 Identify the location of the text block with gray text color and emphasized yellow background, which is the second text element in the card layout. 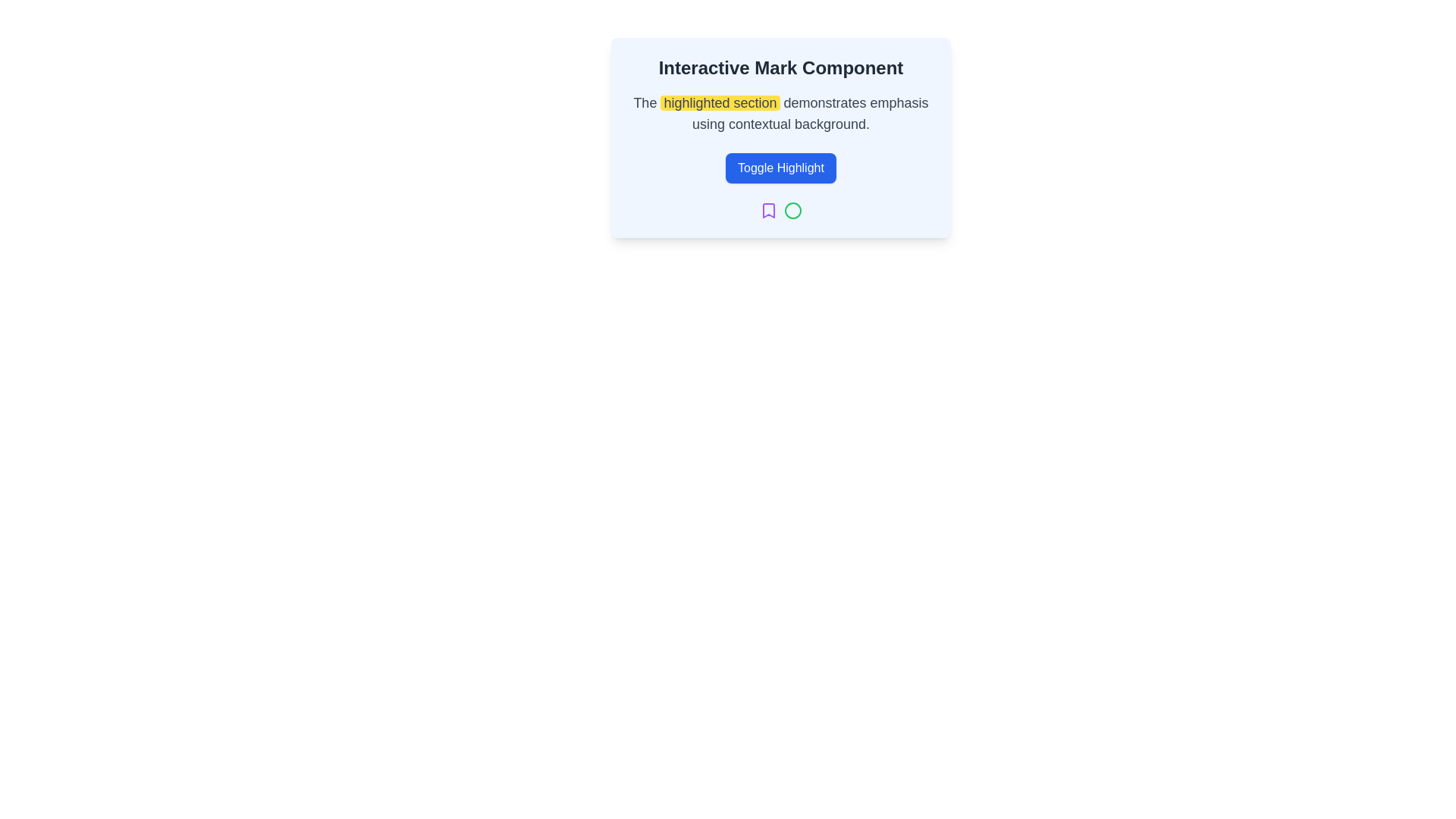
(781, 113).